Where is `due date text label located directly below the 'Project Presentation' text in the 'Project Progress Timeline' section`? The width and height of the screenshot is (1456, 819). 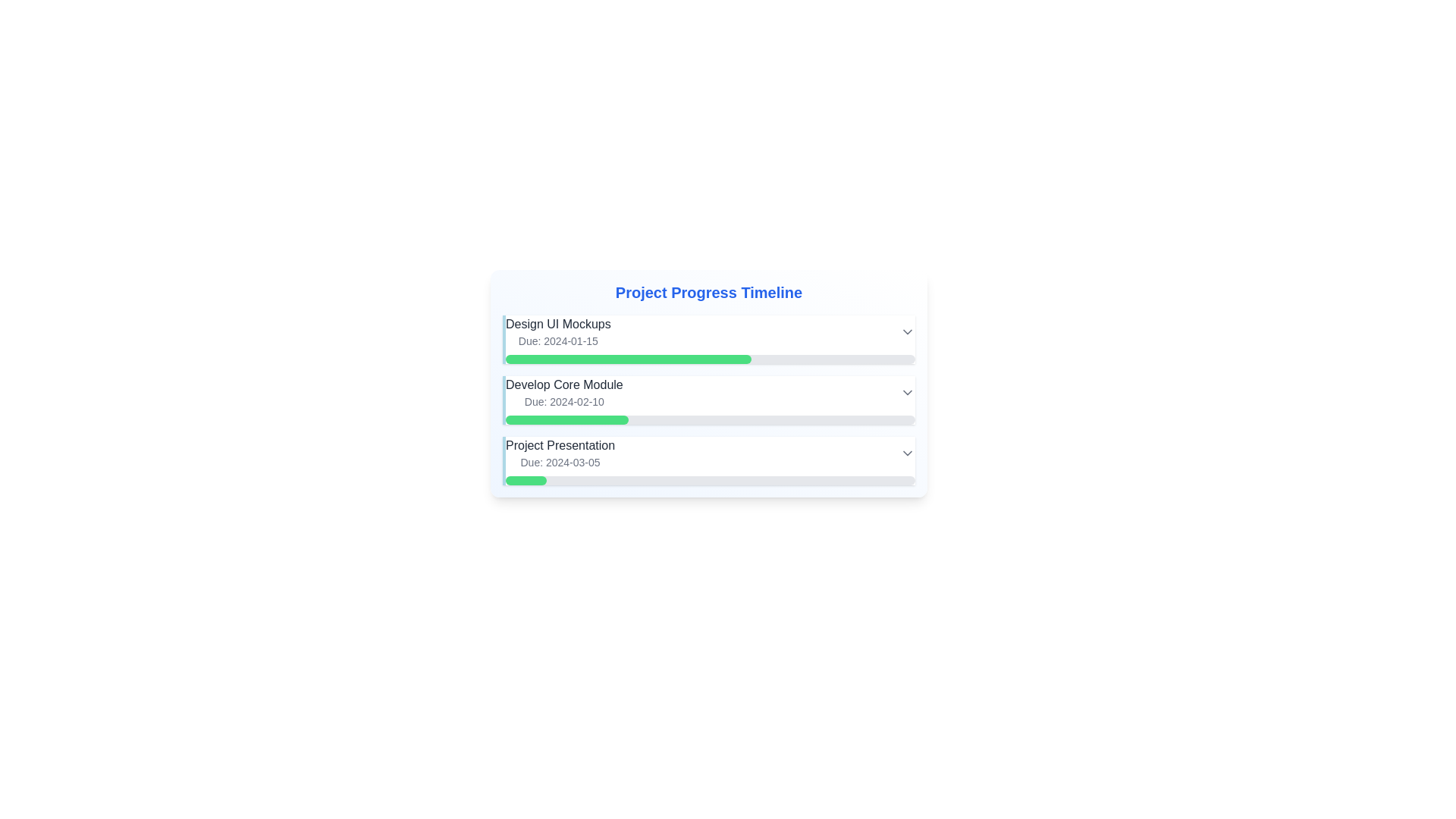
due date text label located directly below the 'Project Presentation' text in the 'Project Progress Timeline' section is located at coordinates (560, 461).